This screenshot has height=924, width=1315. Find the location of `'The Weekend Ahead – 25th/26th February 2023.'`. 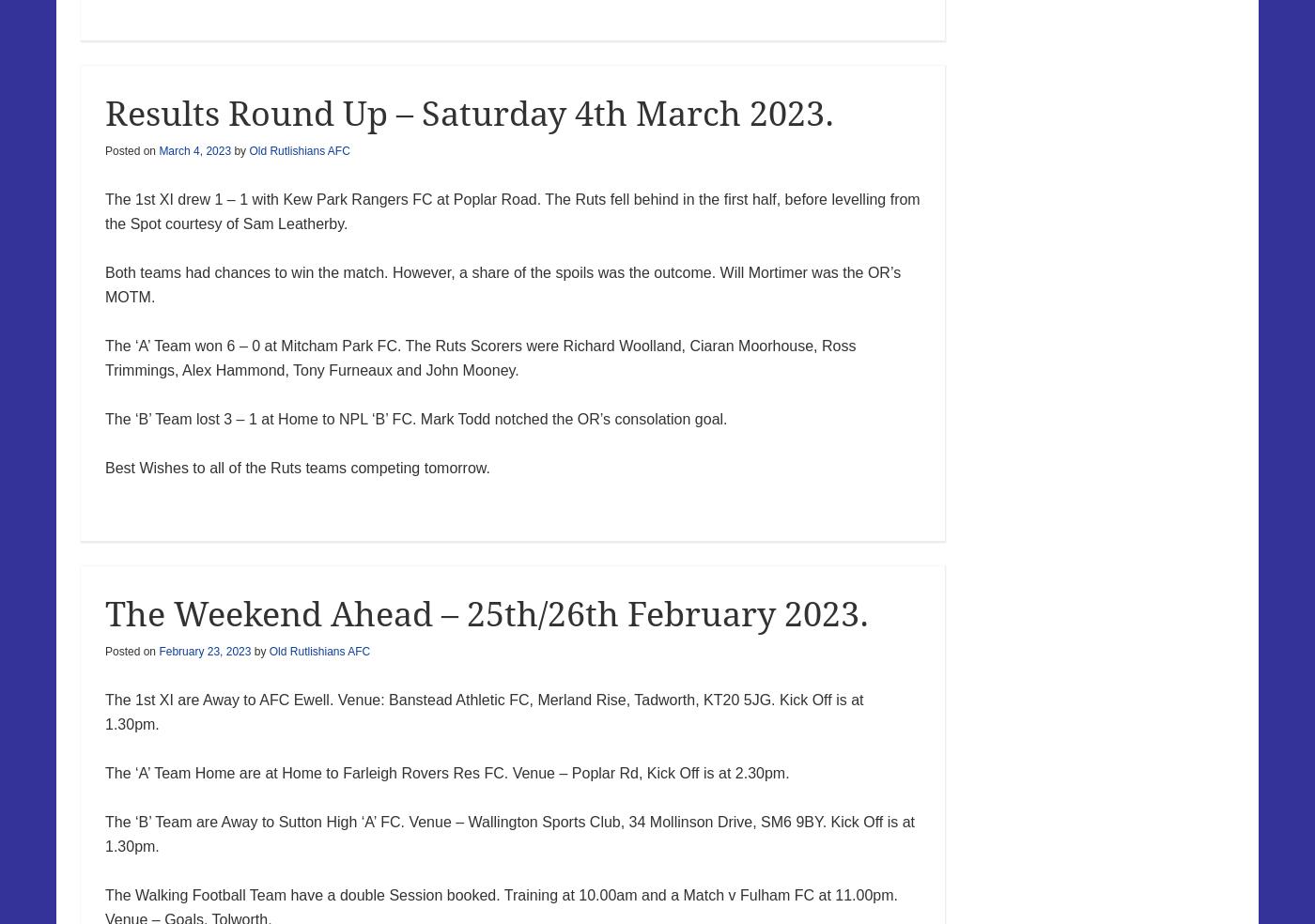

'The Weekend Ahead – 25th/26th February 2023.' is located at coordinates (487, 613).